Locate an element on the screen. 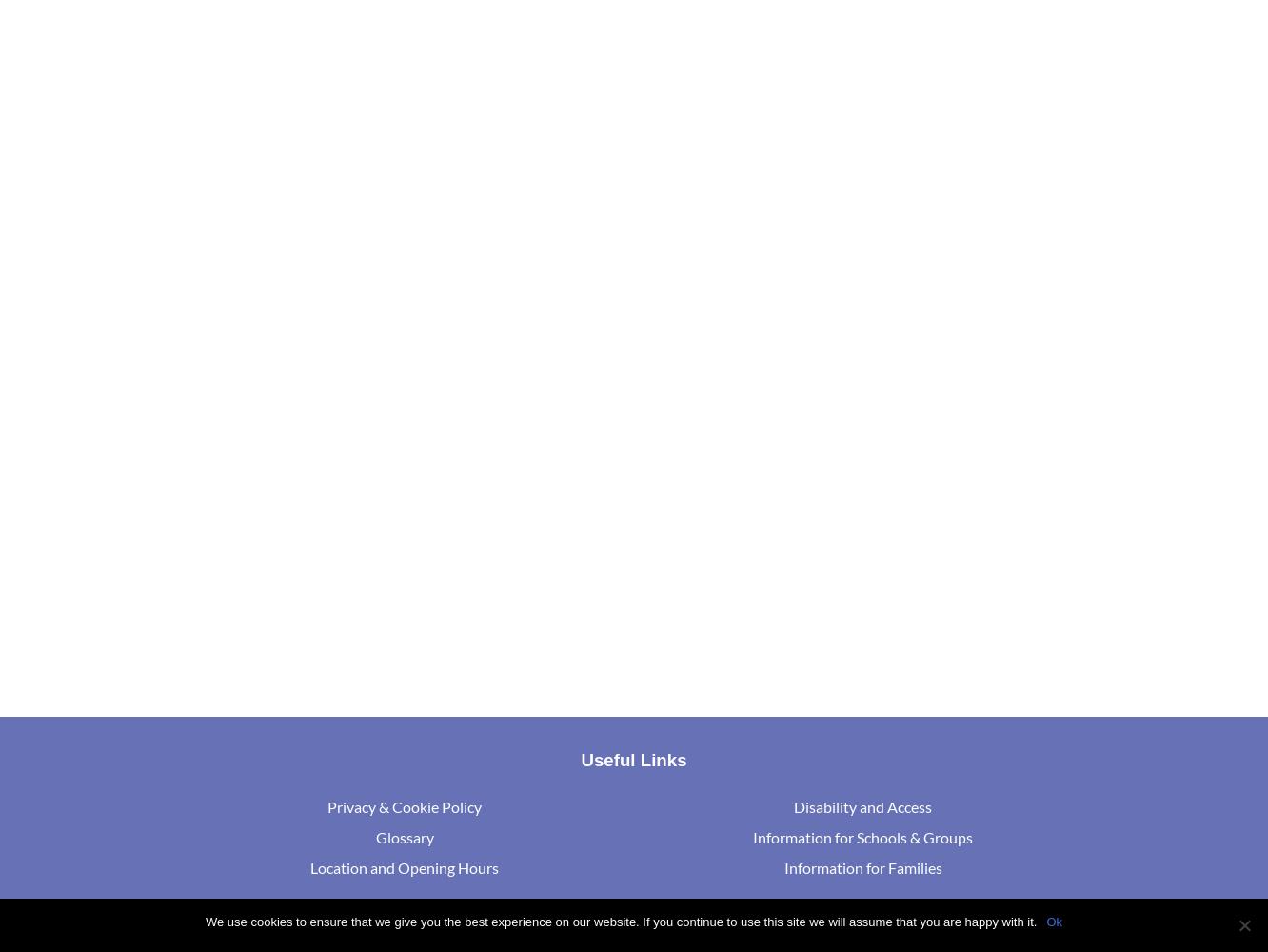 This screenshot has height=952, width=1268. 'Location and Opening Hours' is located at coordinates (404, 867).